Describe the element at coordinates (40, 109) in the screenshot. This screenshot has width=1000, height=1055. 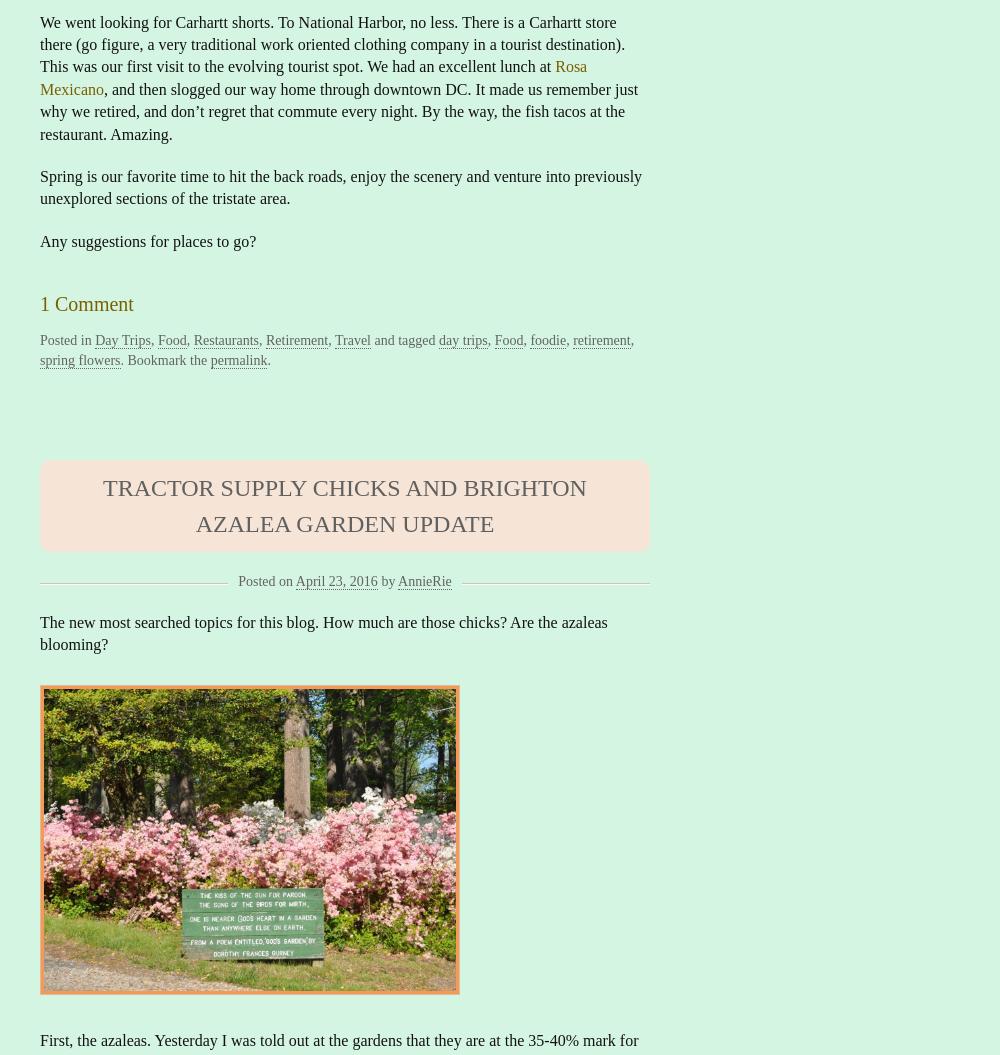
I see `', and then slogged our way home through downtown DC. It made us remember just why we retired, and don’t regret that commute every night. By the way, the fish tacos at the restaurant. Amazing.'` at that location.